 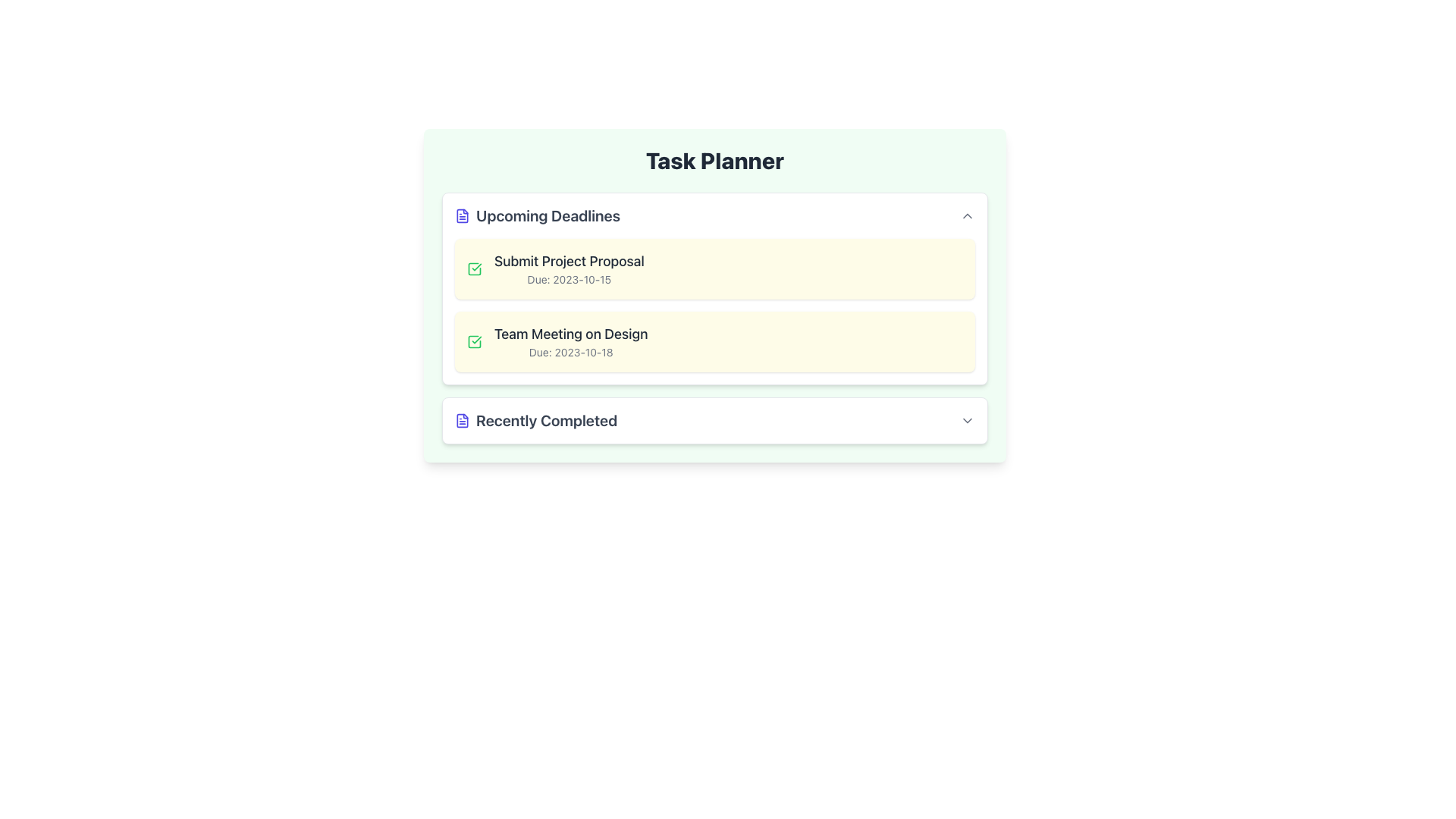 What do you see at coordinates (536, 421) in the screenshot?
I see `the 'Recently Completed' label with icon, which features bold text in dark gray and a purple document icon, located beneath the 'Upcoming Deadlines' section in the task planner interface` at bounding box center [536, 421].